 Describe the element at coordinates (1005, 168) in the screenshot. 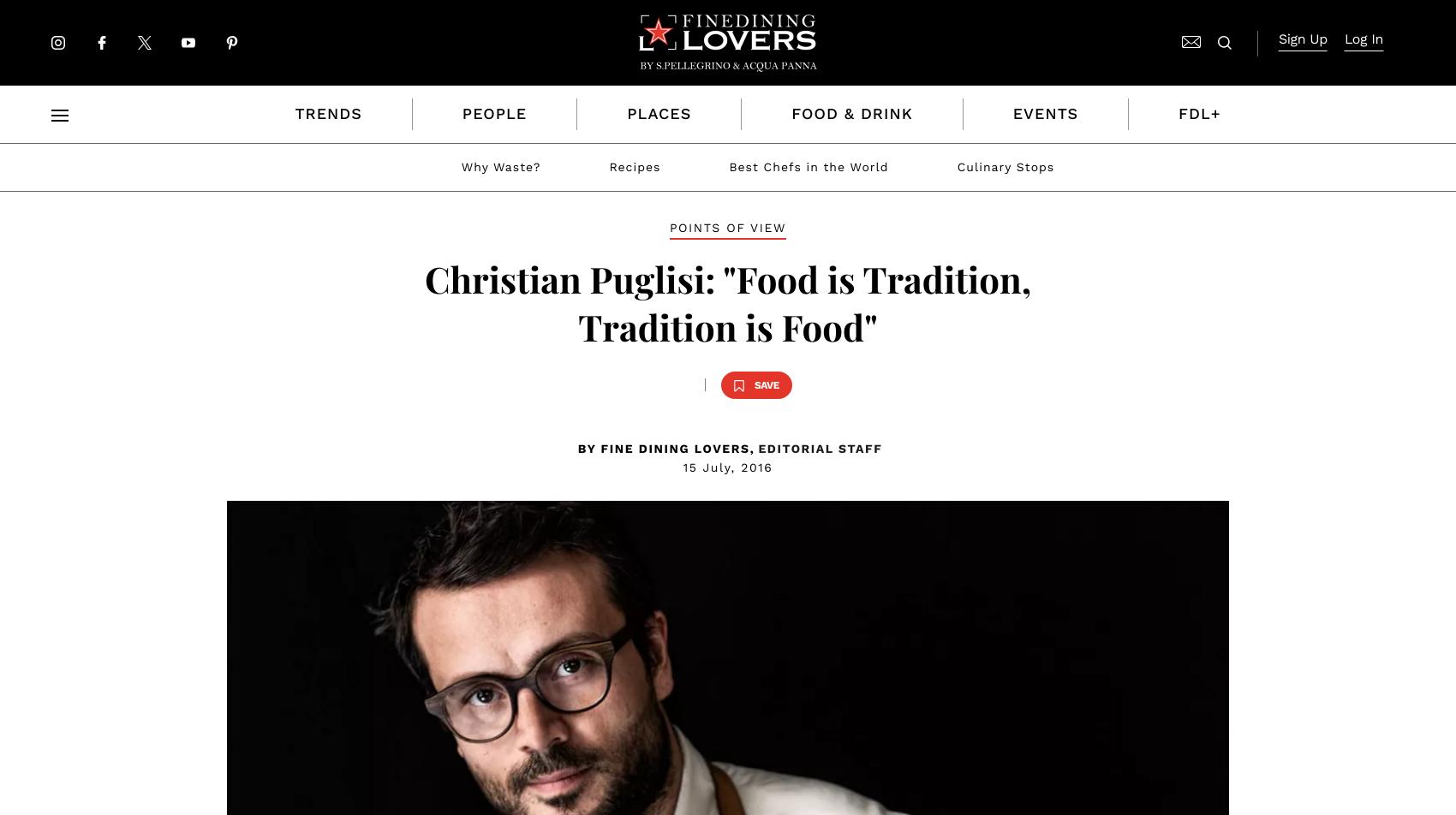

I see `'Culinary Stops'` at that location.